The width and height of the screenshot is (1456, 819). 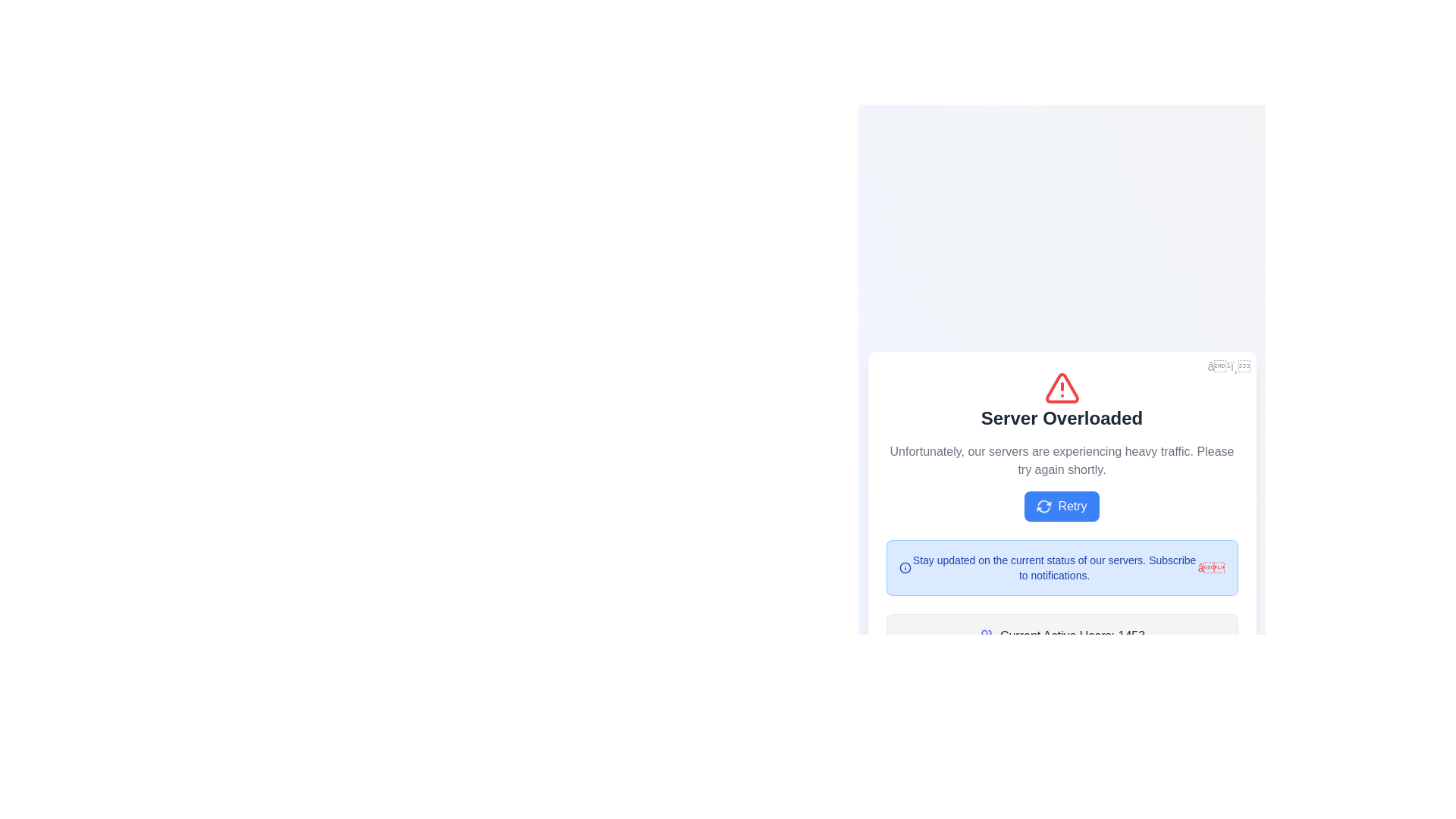 What do you see at coordinates (1061, 636) in the screenshot?
I see `the informative text element displaying 'Current Active Users: 1453' with an icon depicting users, located near the bottom of the main interface panel` at bounding box center [1061, 636].